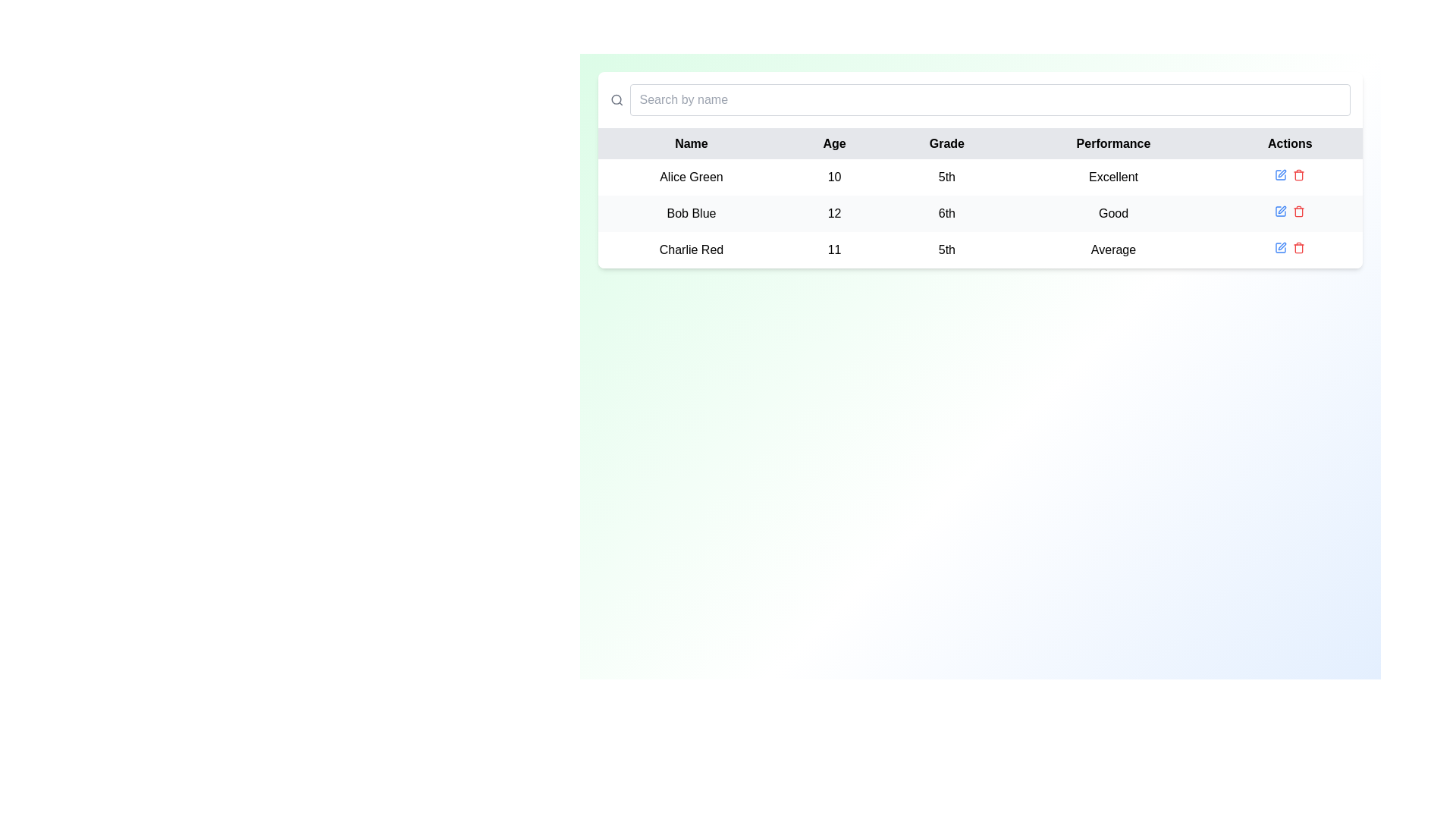  What do you see at coordinates (946, 143) in the screenshot?
I see `the text label displaying 'Grade', which is the third header in a row of five headers within a table, positioned between 'Age' and 'Performance'` at bounding box center [946, 143].